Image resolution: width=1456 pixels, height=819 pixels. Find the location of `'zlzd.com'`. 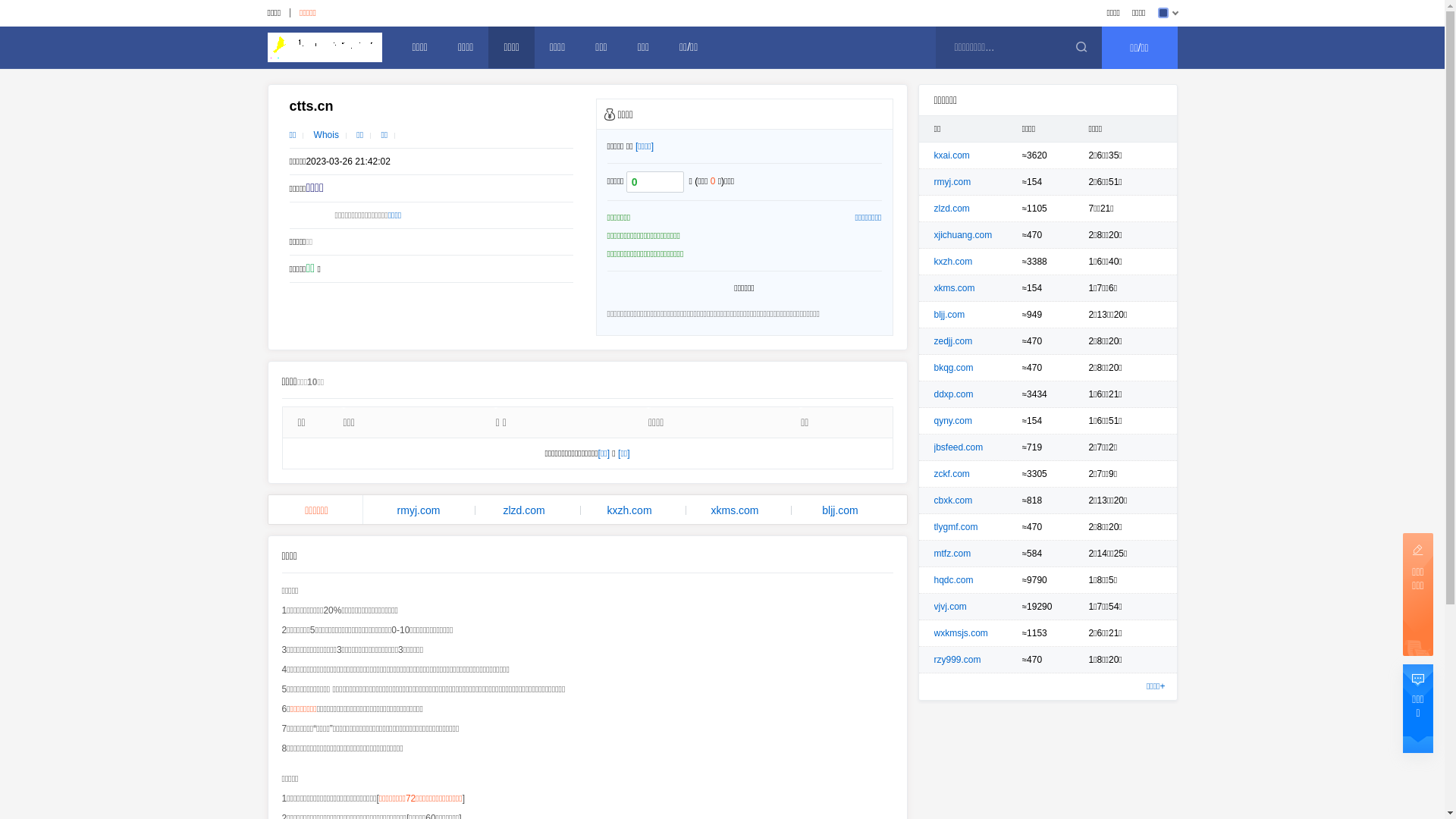

'zlzd.com' is located at coordinates (524, 510).